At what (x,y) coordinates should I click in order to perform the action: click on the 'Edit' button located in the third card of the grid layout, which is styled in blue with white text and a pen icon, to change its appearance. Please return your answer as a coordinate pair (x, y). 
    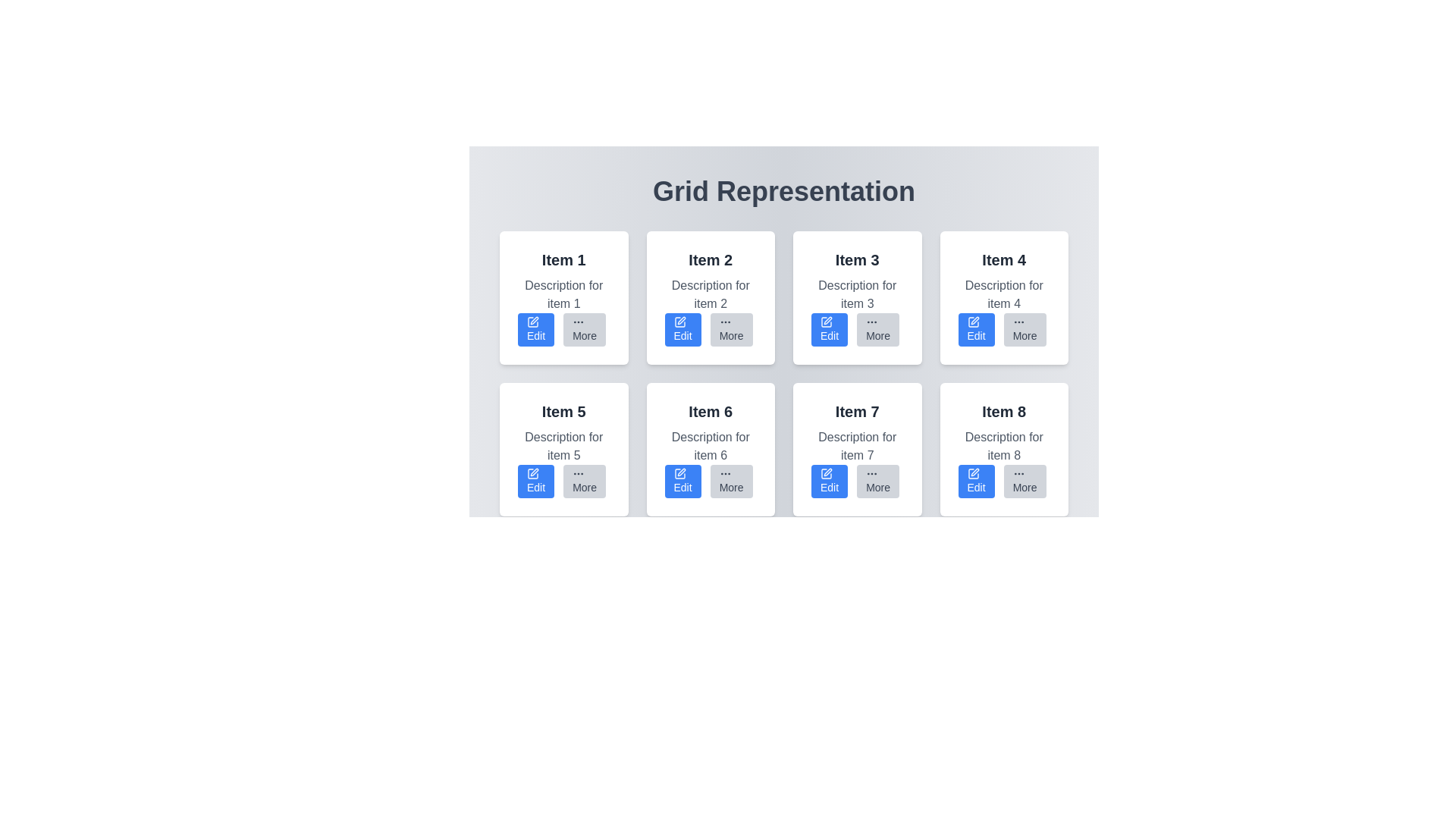
    Looking at the image, I should click on (829, 329).